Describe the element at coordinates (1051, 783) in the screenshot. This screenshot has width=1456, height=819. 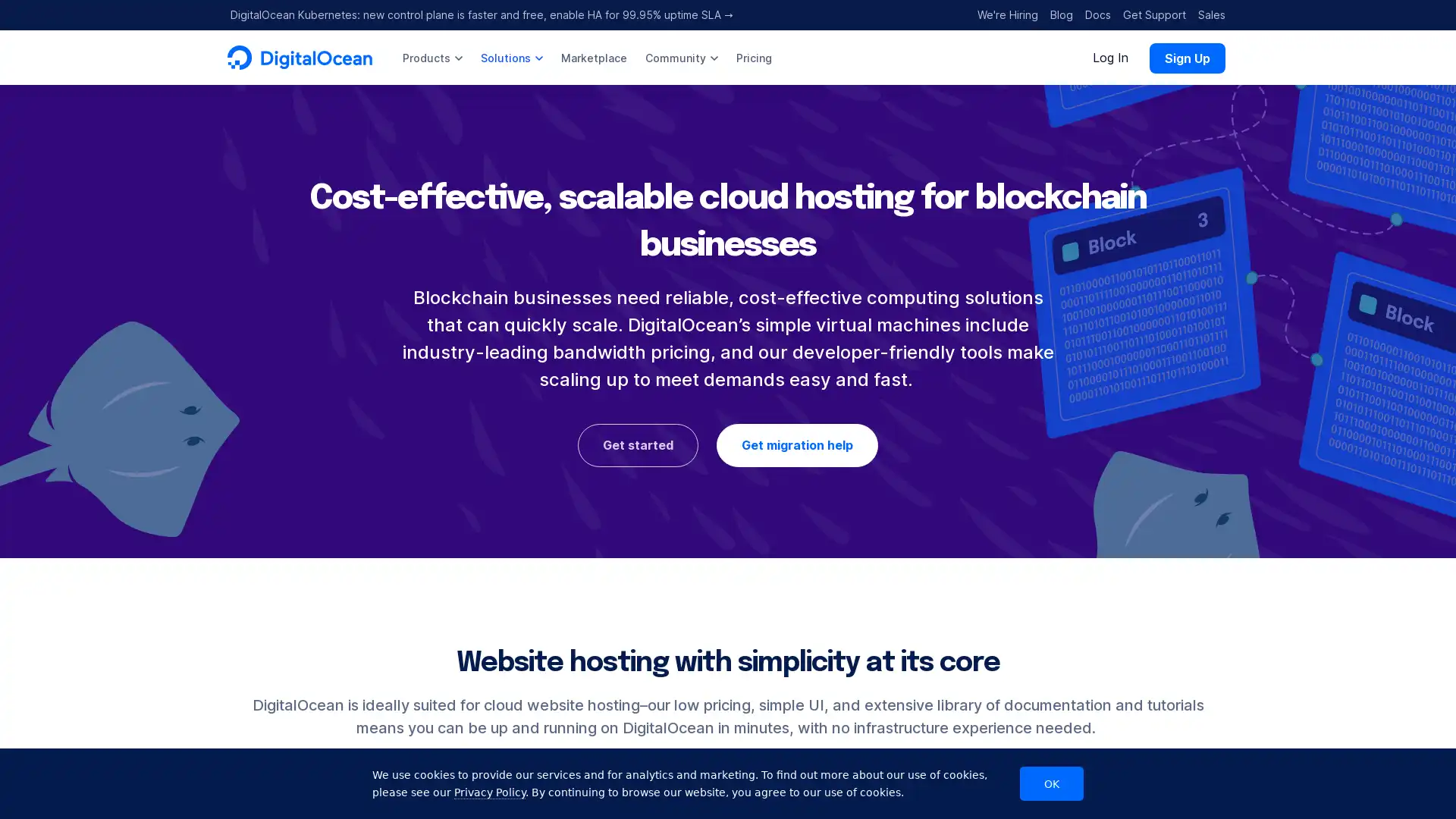
I see `OK` at that location.